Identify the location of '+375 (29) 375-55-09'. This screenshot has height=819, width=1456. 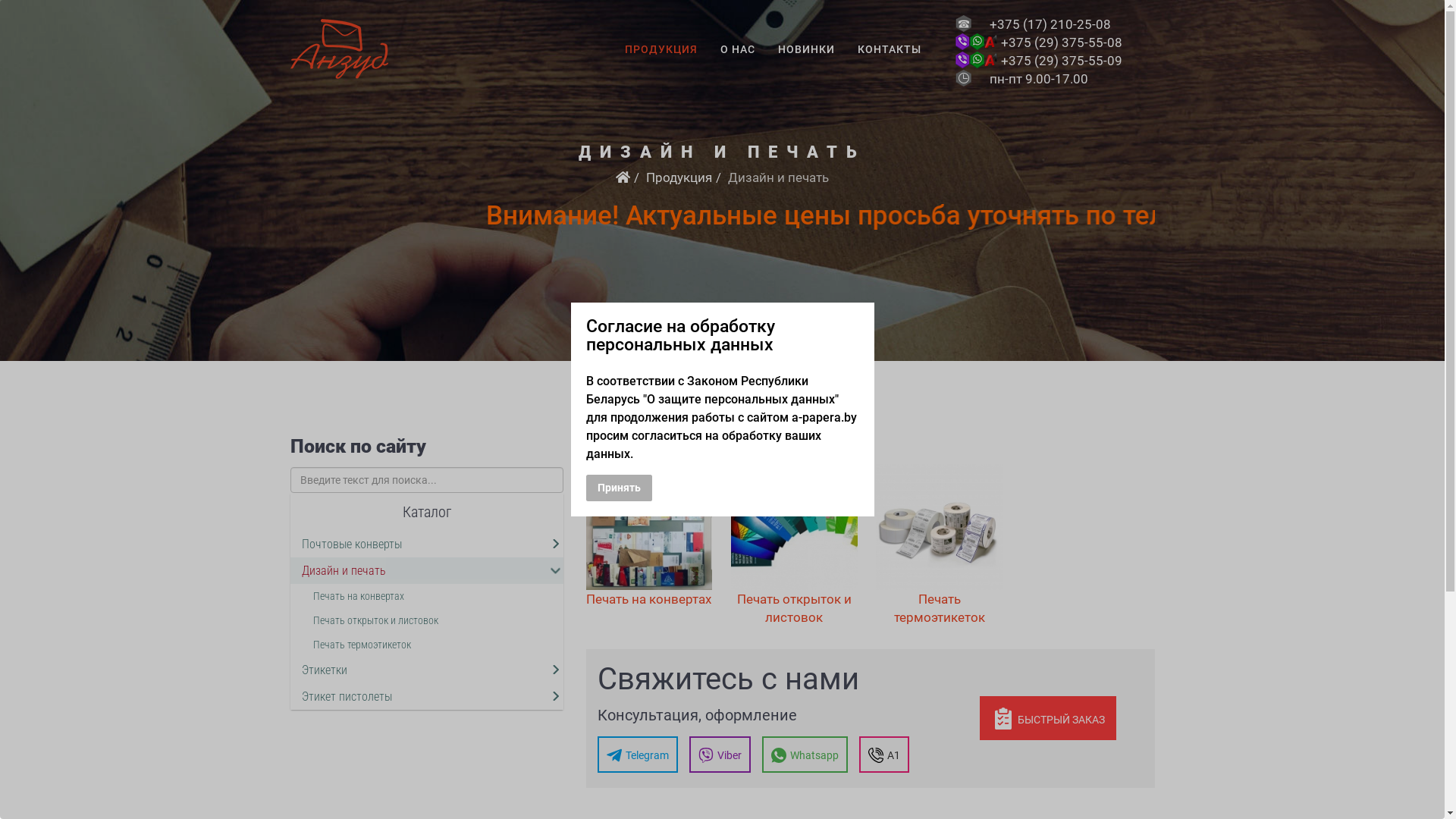
(1061, 60).